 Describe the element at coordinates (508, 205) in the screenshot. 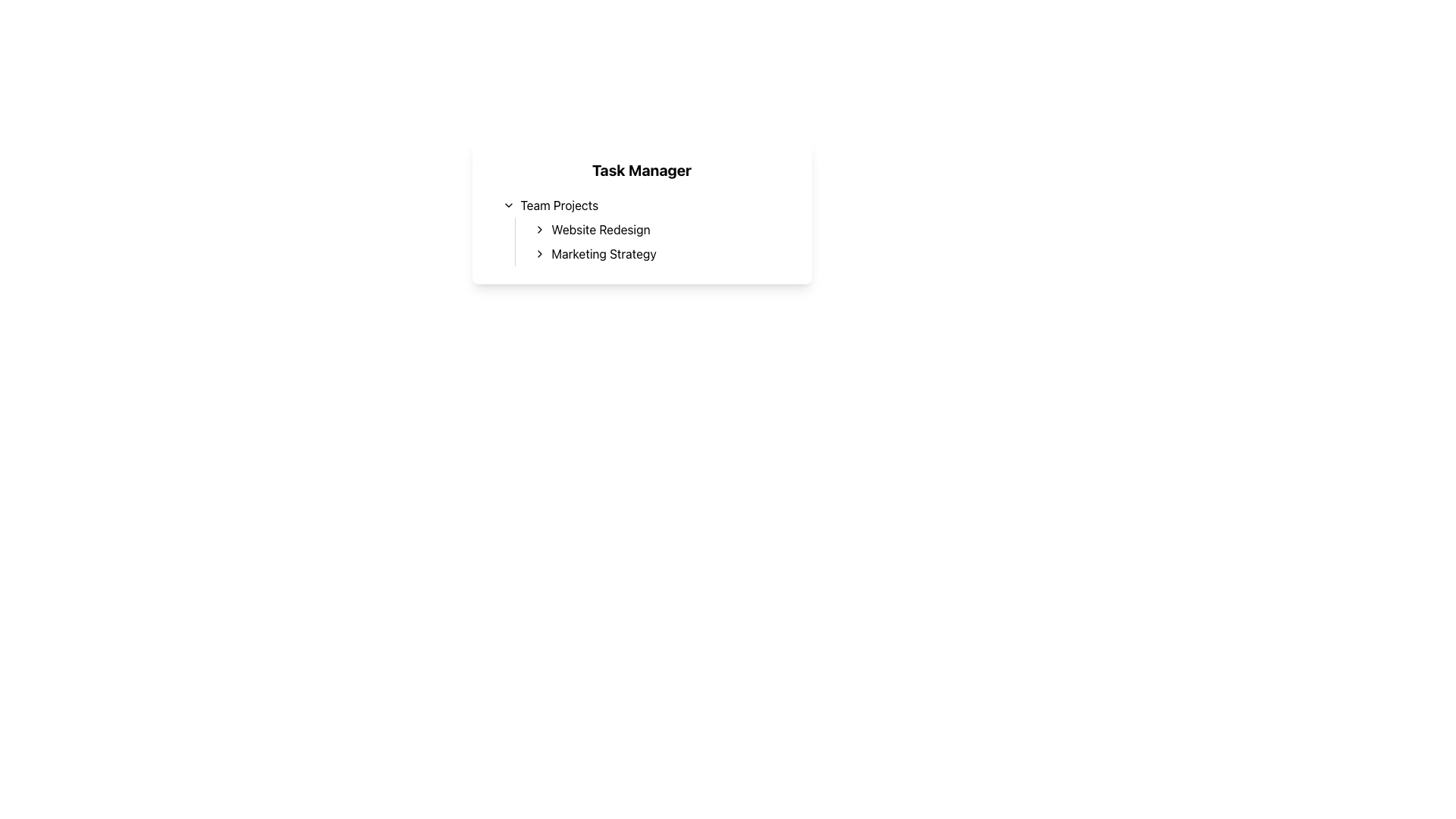

I see `the small downward-pointing chevron icon located to the left of the 'Team Projects' label` at that location.